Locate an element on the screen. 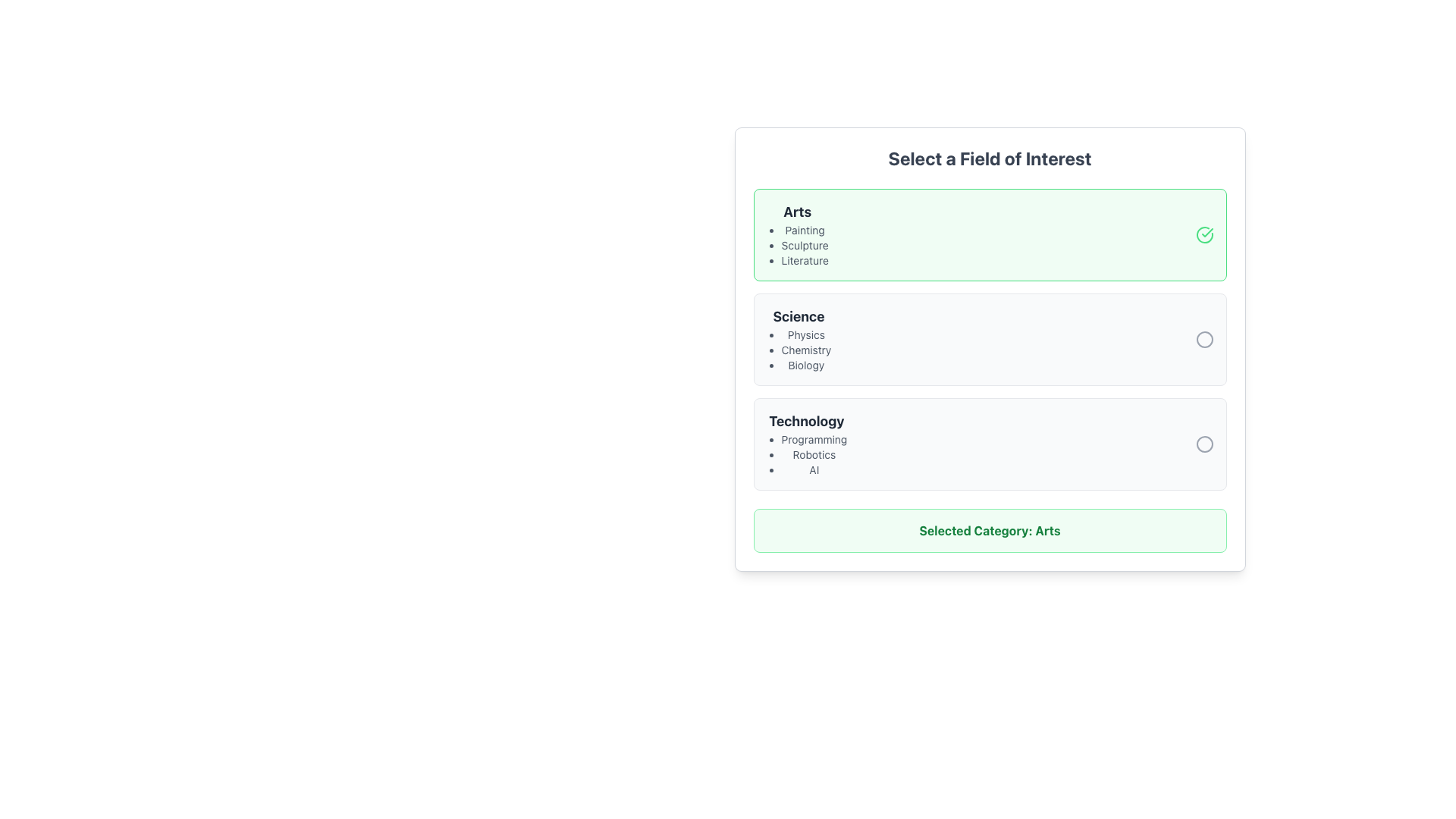 This screenshot has height=819, width=1456. the second selectable list item labeled 'Science', which contains sub-items 'Physics', 'Chemistry', and 'Biology' is located at coordinates (990, 338).